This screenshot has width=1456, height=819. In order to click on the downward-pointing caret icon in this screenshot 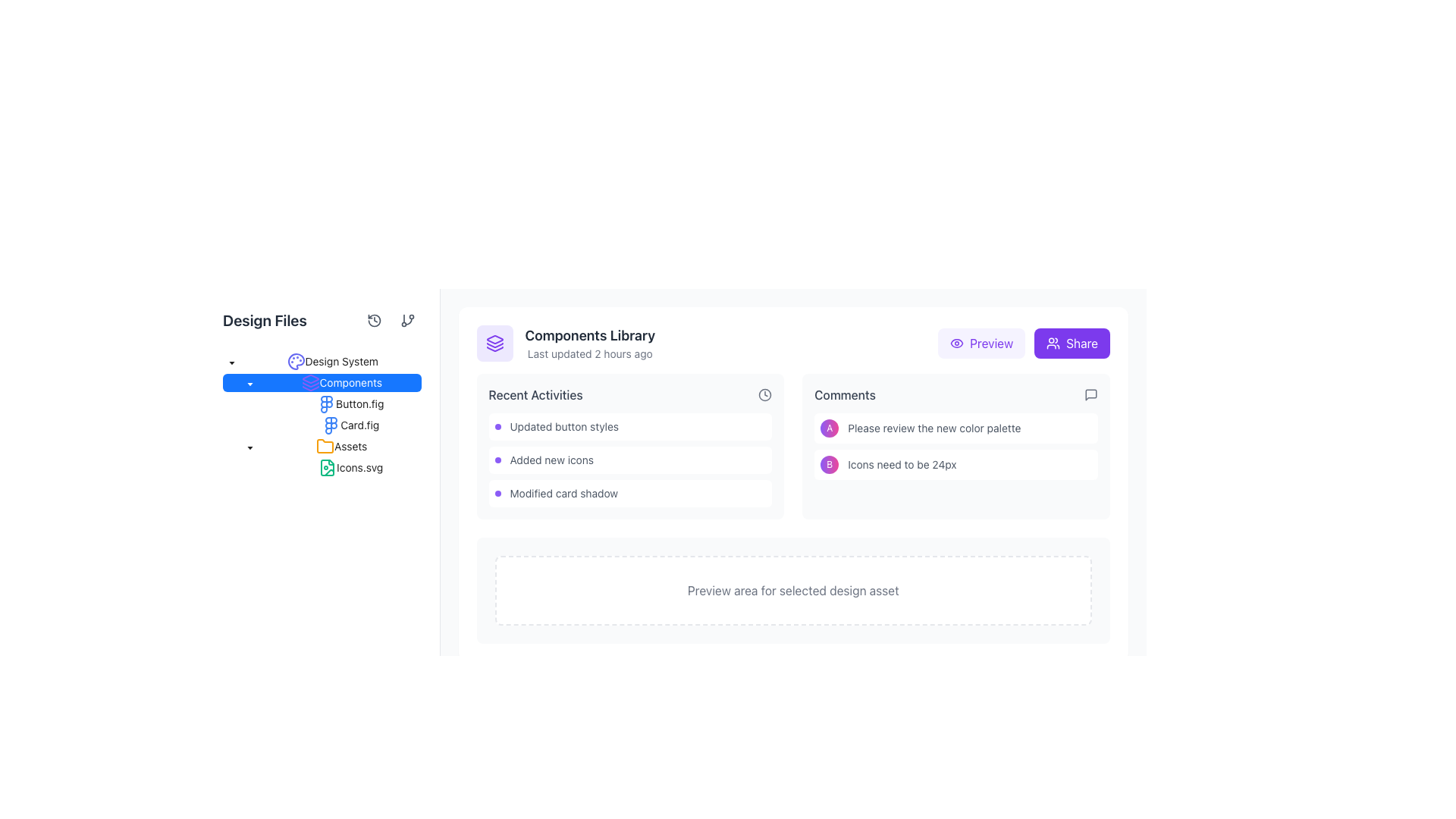, I will do `click(250, 383)`.